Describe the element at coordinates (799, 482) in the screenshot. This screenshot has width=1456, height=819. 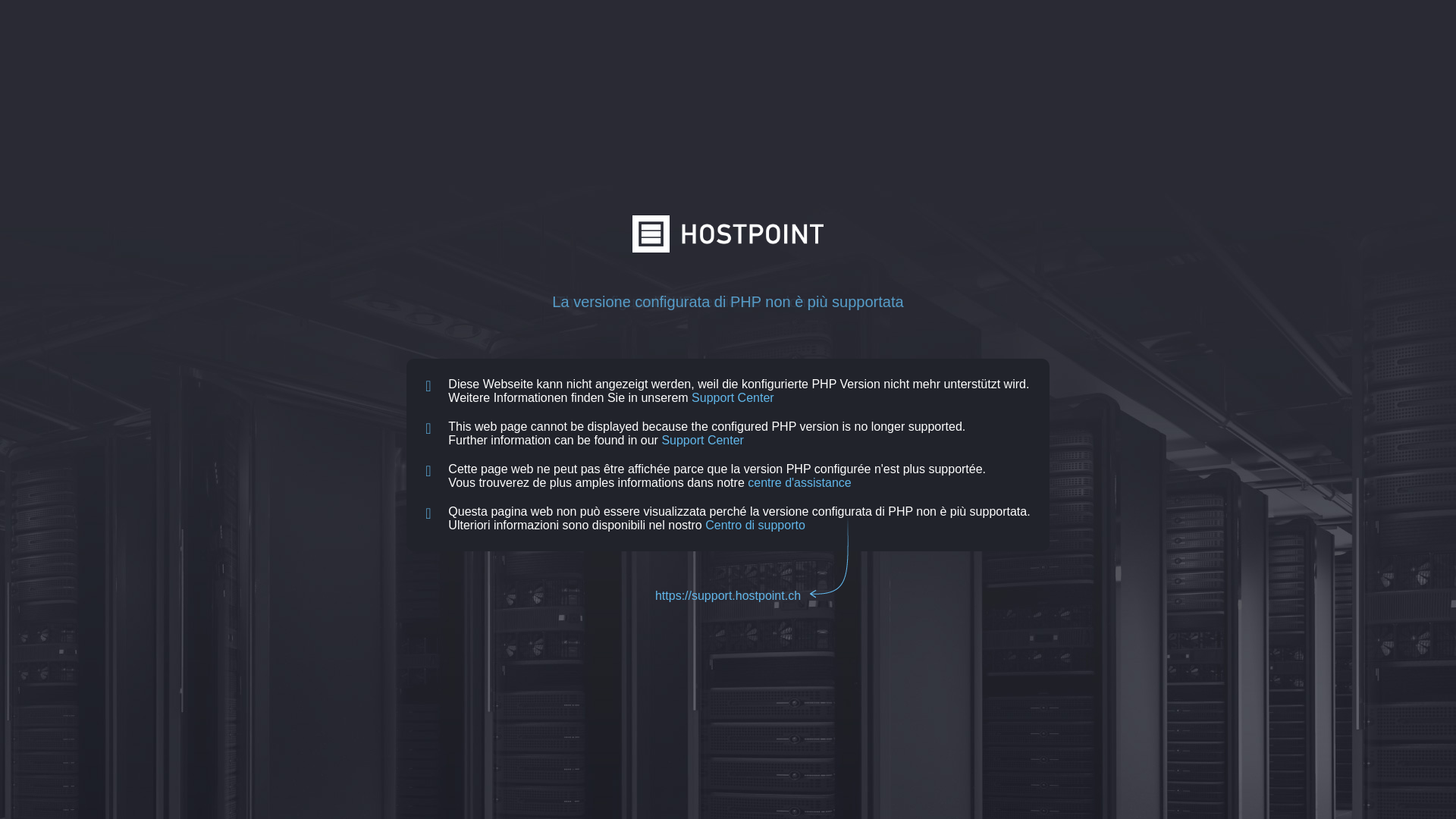
I see `'centre d'assistance'` at that location.